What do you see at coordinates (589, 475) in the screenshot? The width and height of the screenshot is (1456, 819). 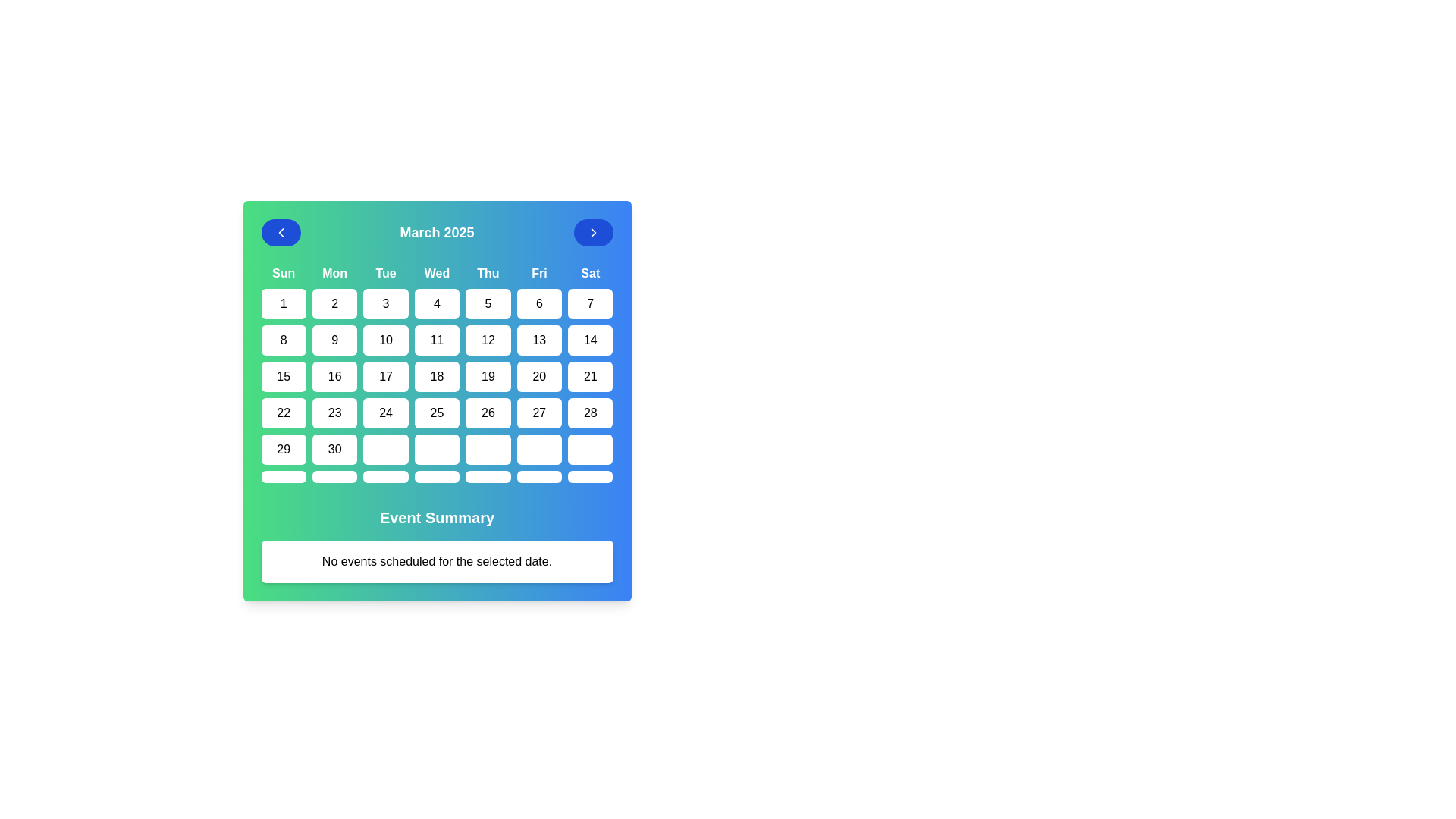 I see `the empty rectangular button with rounded corners located in the last column of the last row of the calendar grid` at bounding box center [589, 475].